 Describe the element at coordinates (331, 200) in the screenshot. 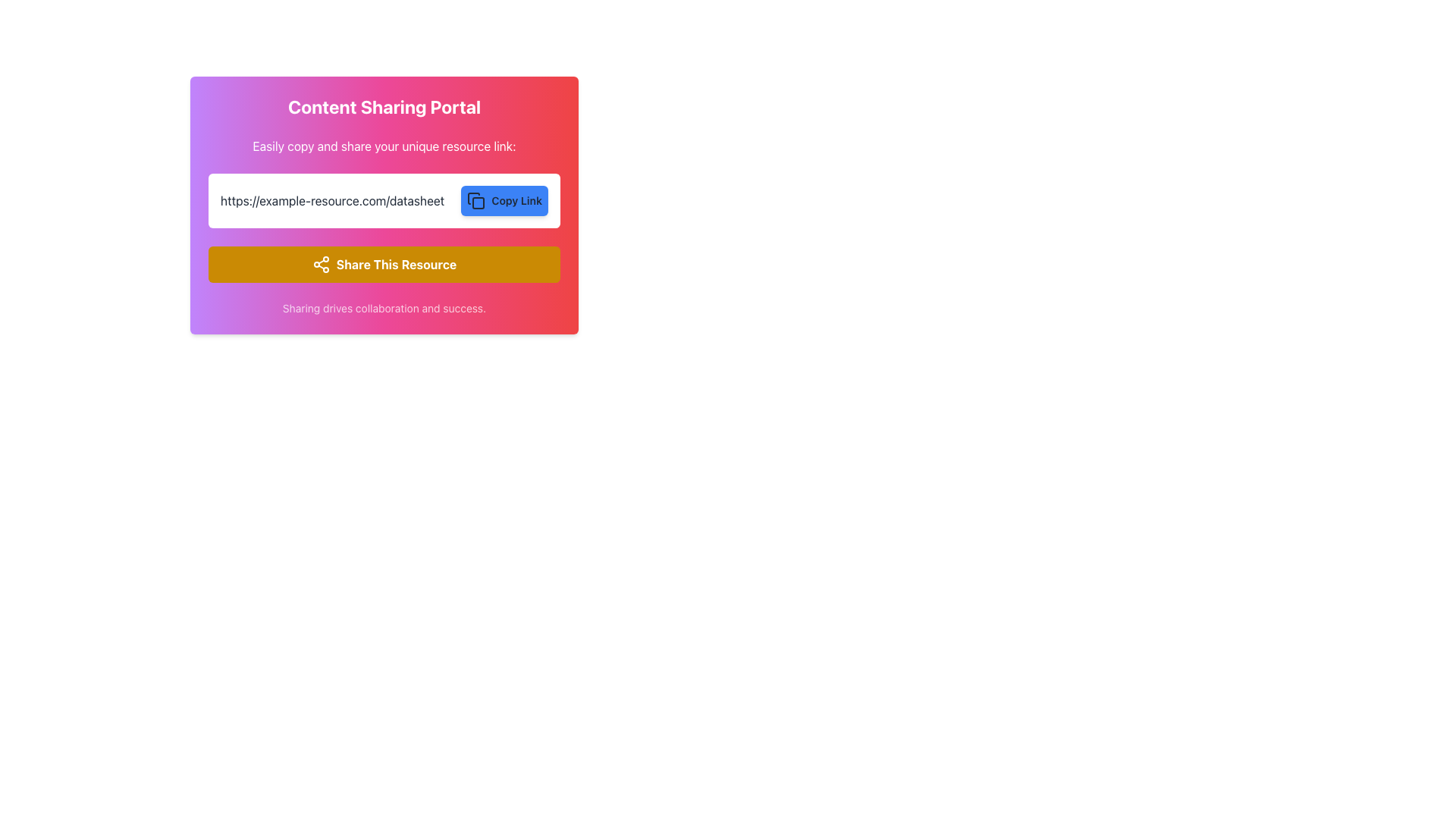

I see `the Text Label displaying the URL, located to the left of the 'Copy Link' button in the upper white box` at that location.